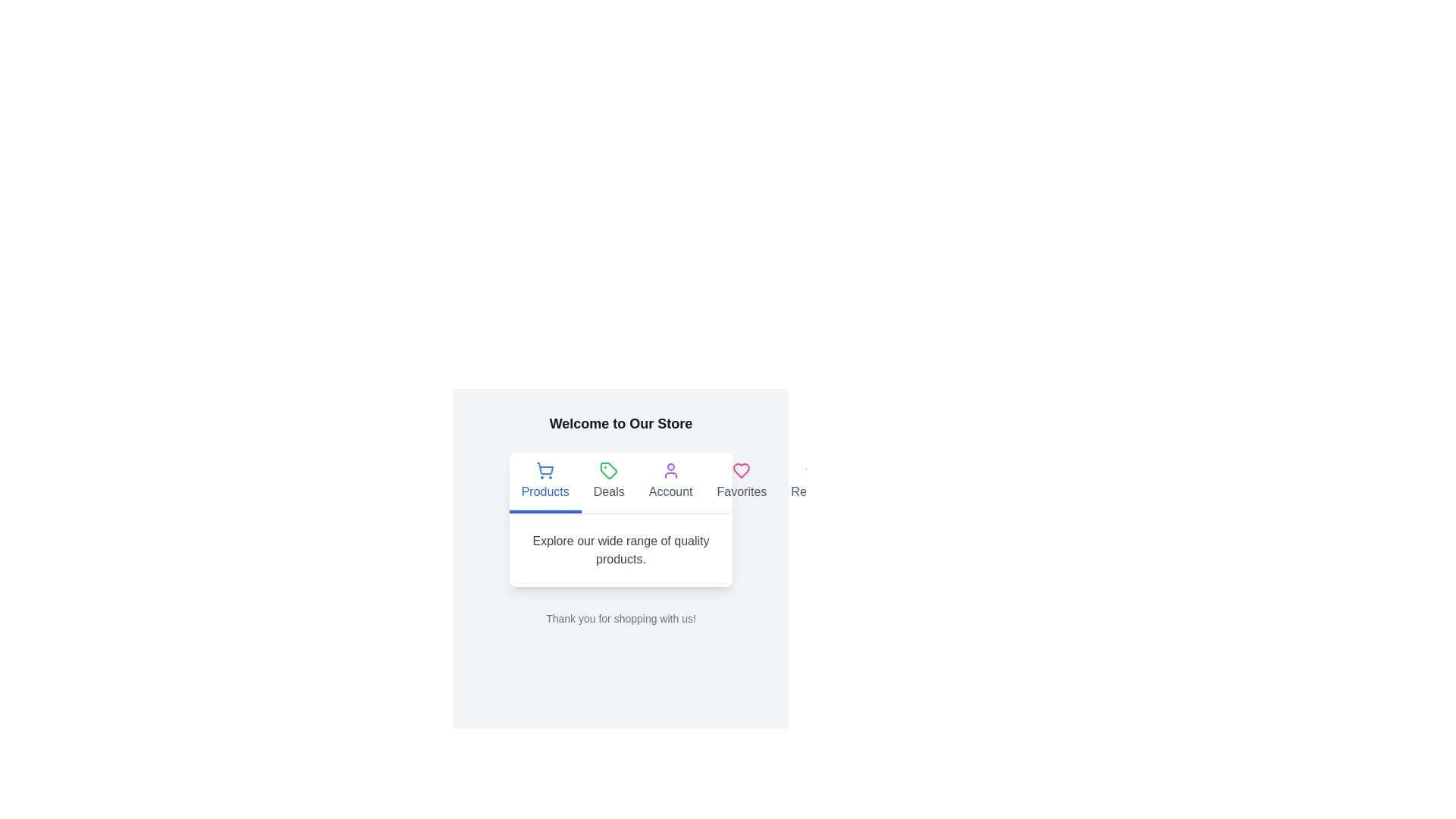  Describe the element at coordinates (609, 482) in the screenshot. I see `the 'Deals' interactive menu option in the navigation bar` at that location.